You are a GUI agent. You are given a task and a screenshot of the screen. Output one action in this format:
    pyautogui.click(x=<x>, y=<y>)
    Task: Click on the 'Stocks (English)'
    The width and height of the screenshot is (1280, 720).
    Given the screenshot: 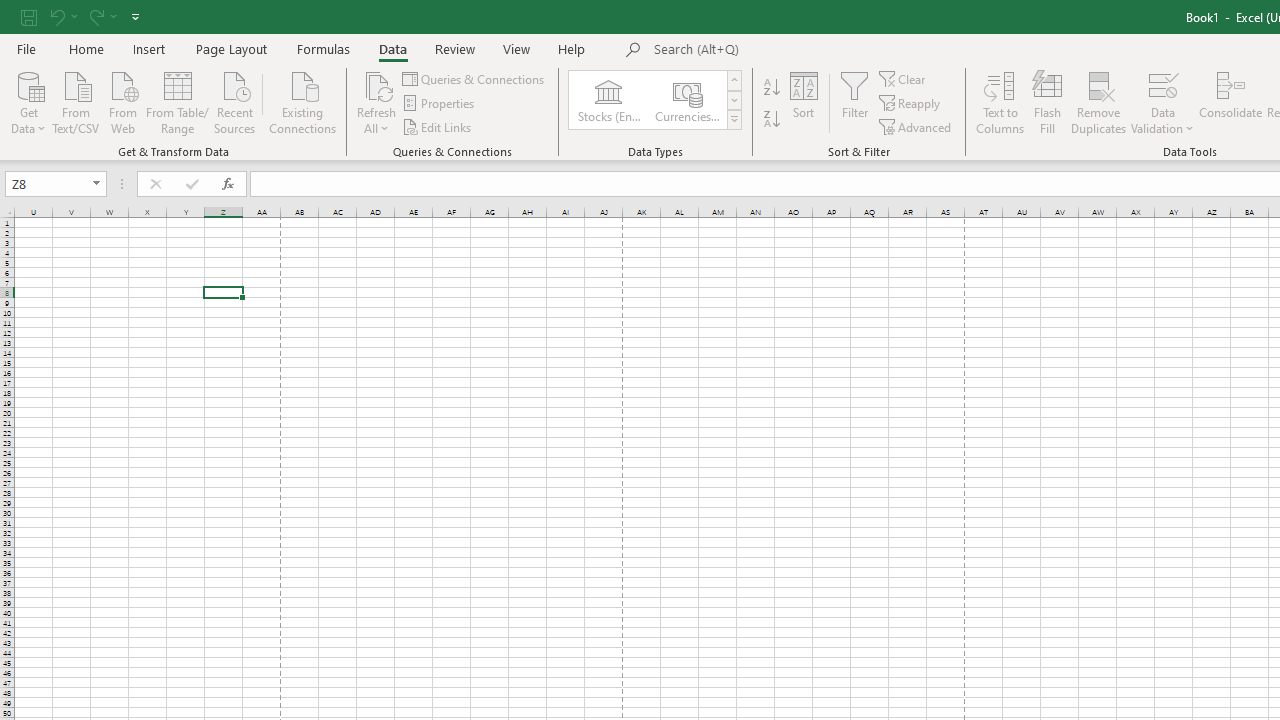 What is the action you would take?
    pyautogui.click(x=607, y=100)
    